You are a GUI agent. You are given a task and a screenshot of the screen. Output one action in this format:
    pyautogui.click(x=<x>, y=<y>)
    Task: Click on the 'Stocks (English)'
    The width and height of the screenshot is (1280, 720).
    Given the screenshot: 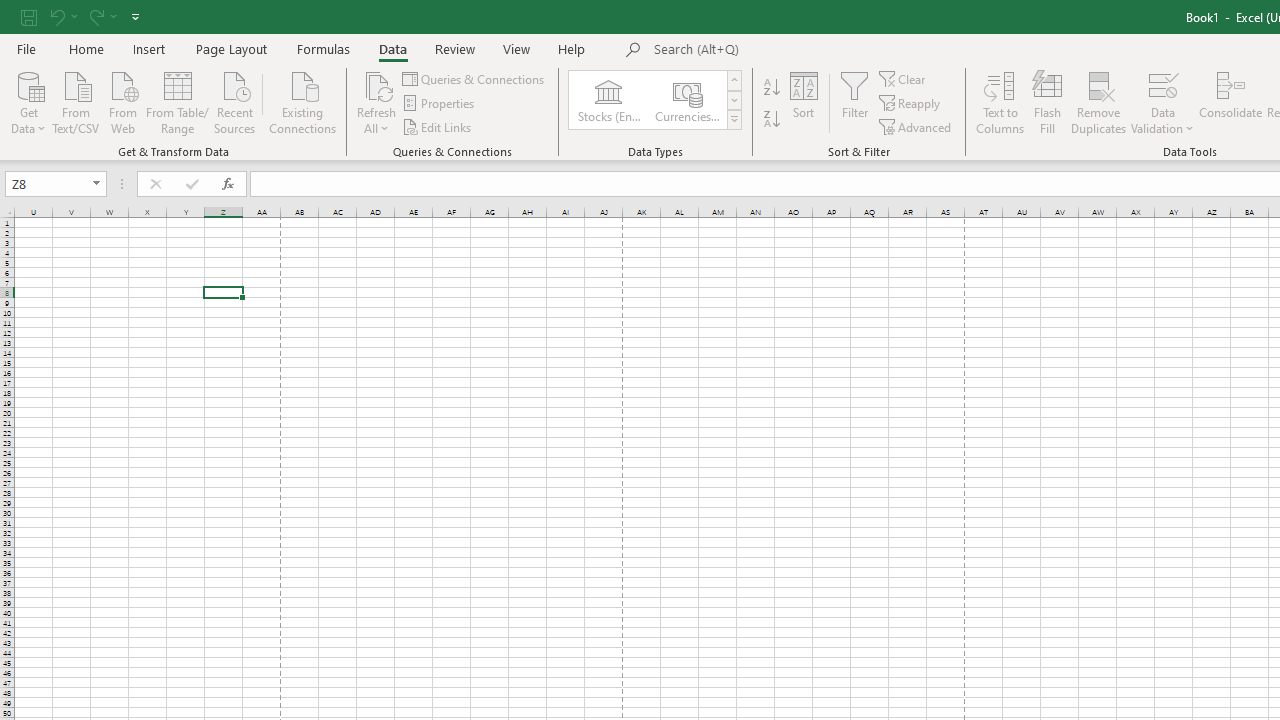 What is the action you would take?
    pyautogui.click(x=607, y=100)
    